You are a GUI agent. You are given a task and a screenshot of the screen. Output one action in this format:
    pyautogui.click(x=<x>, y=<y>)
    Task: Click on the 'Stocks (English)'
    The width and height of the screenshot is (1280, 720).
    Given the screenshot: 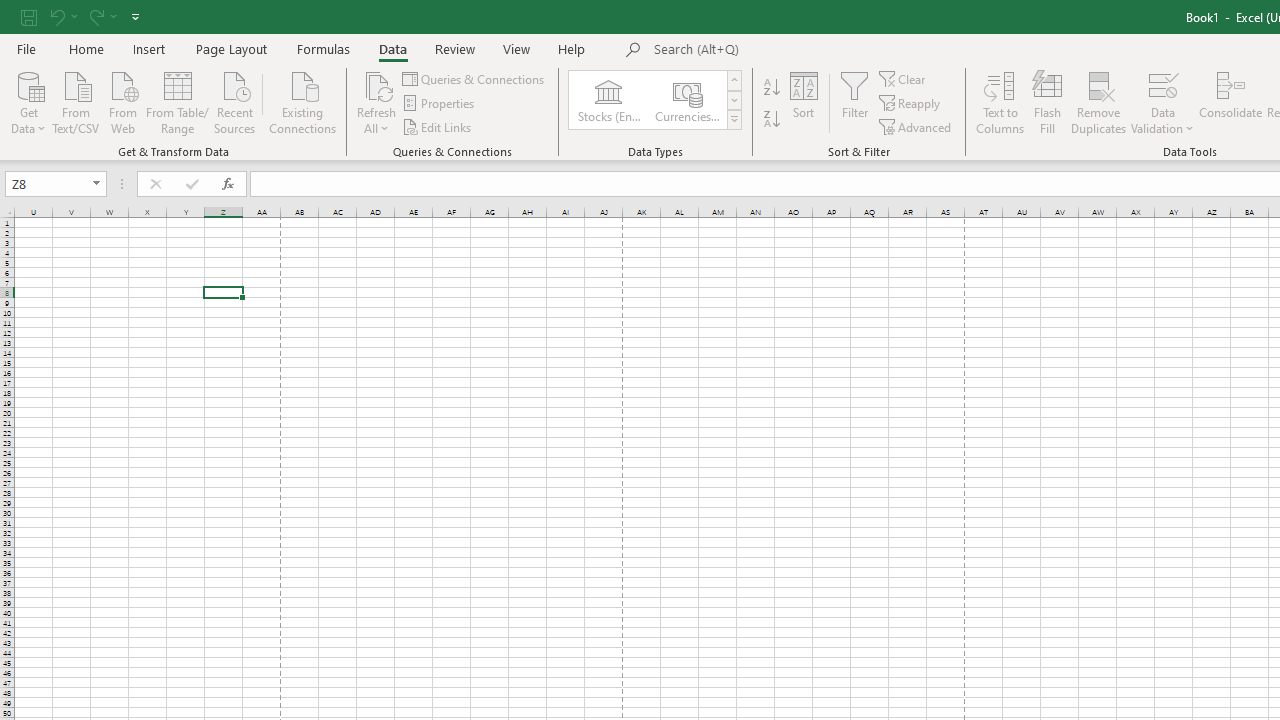 What is the action you would take?
    pyautogui.click(x=607, y=100)
    